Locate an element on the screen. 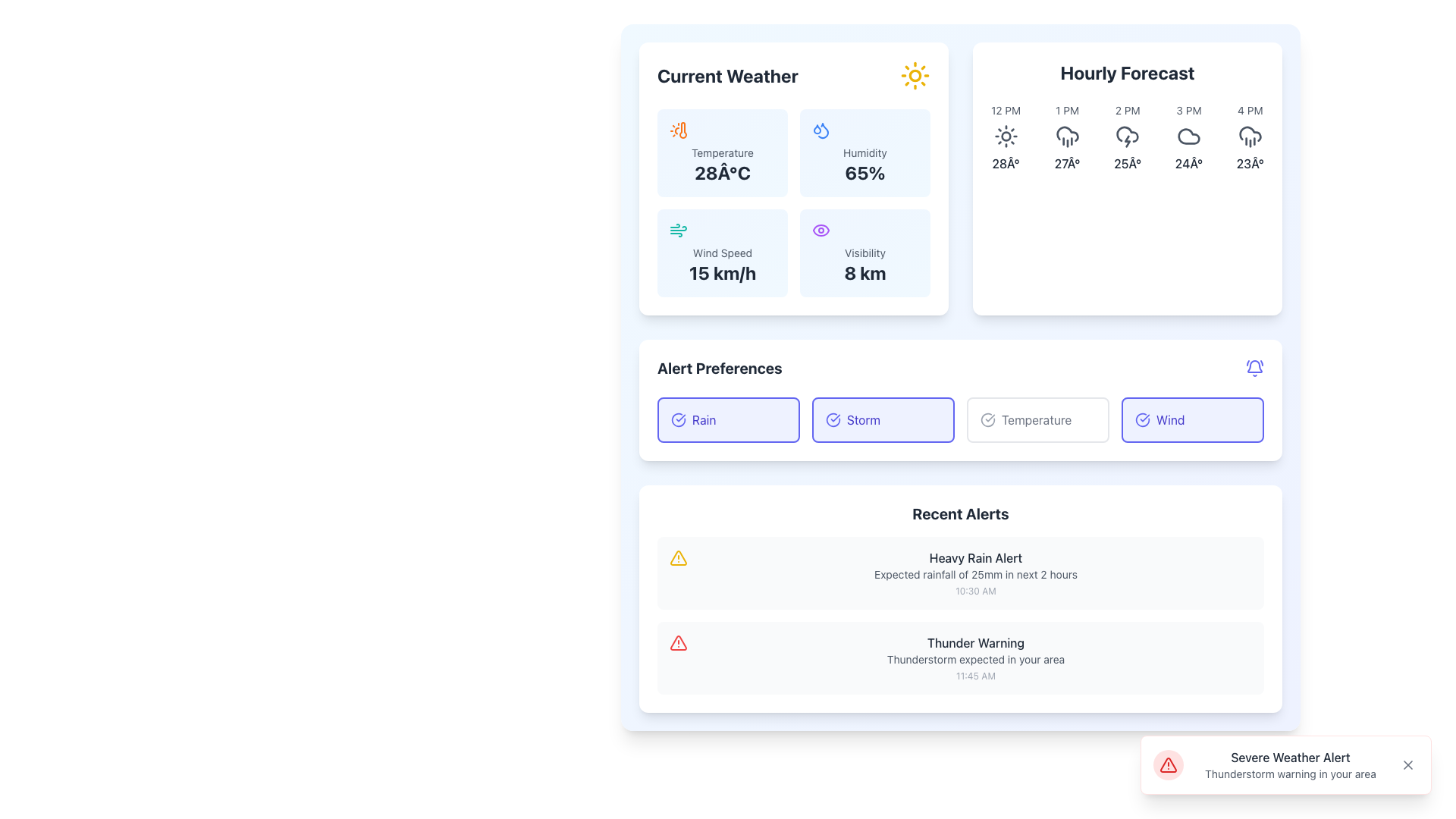  the text display showing '15 km/h' which is styled to stand out as a key metric for wind speed is located at coordinates (722, 271).